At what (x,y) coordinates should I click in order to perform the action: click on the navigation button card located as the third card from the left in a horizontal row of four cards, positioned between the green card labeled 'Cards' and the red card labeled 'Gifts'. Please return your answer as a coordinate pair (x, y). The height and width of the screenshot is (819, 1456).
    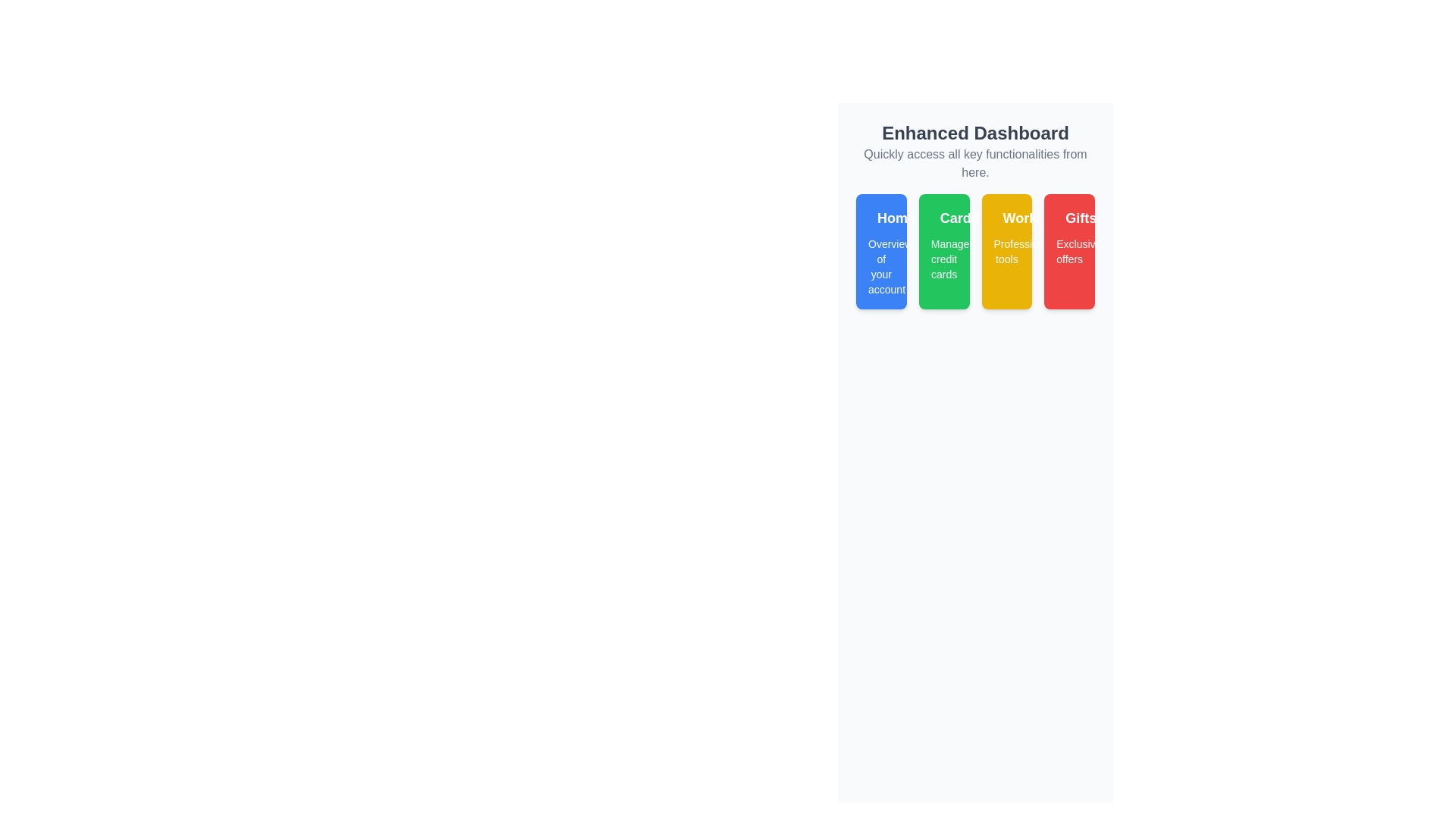
    Looking at the image, I should click on (1006, 250).